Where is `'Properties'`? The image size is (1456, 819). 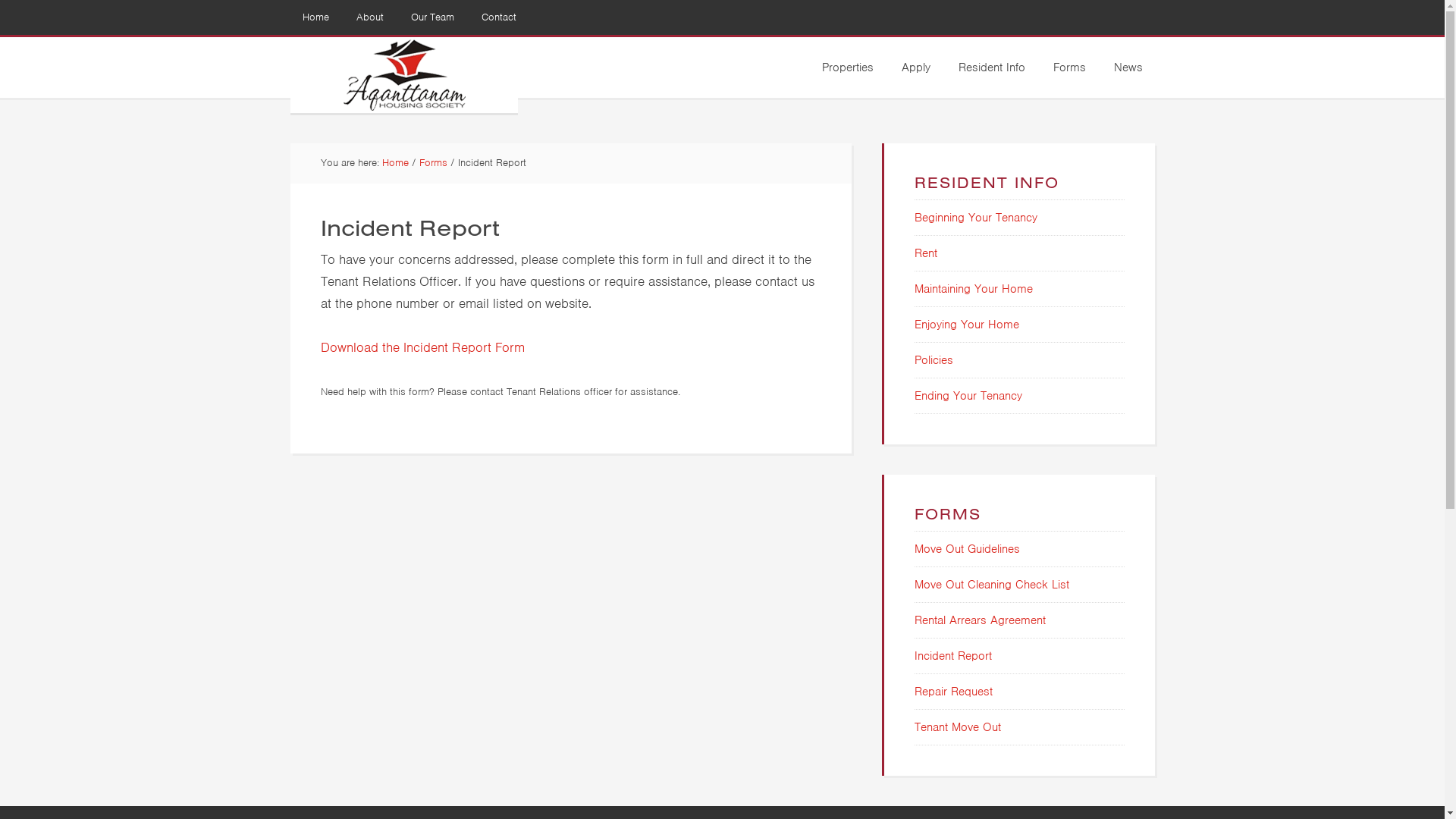 'Properties' is located at coordinates (809, 66).